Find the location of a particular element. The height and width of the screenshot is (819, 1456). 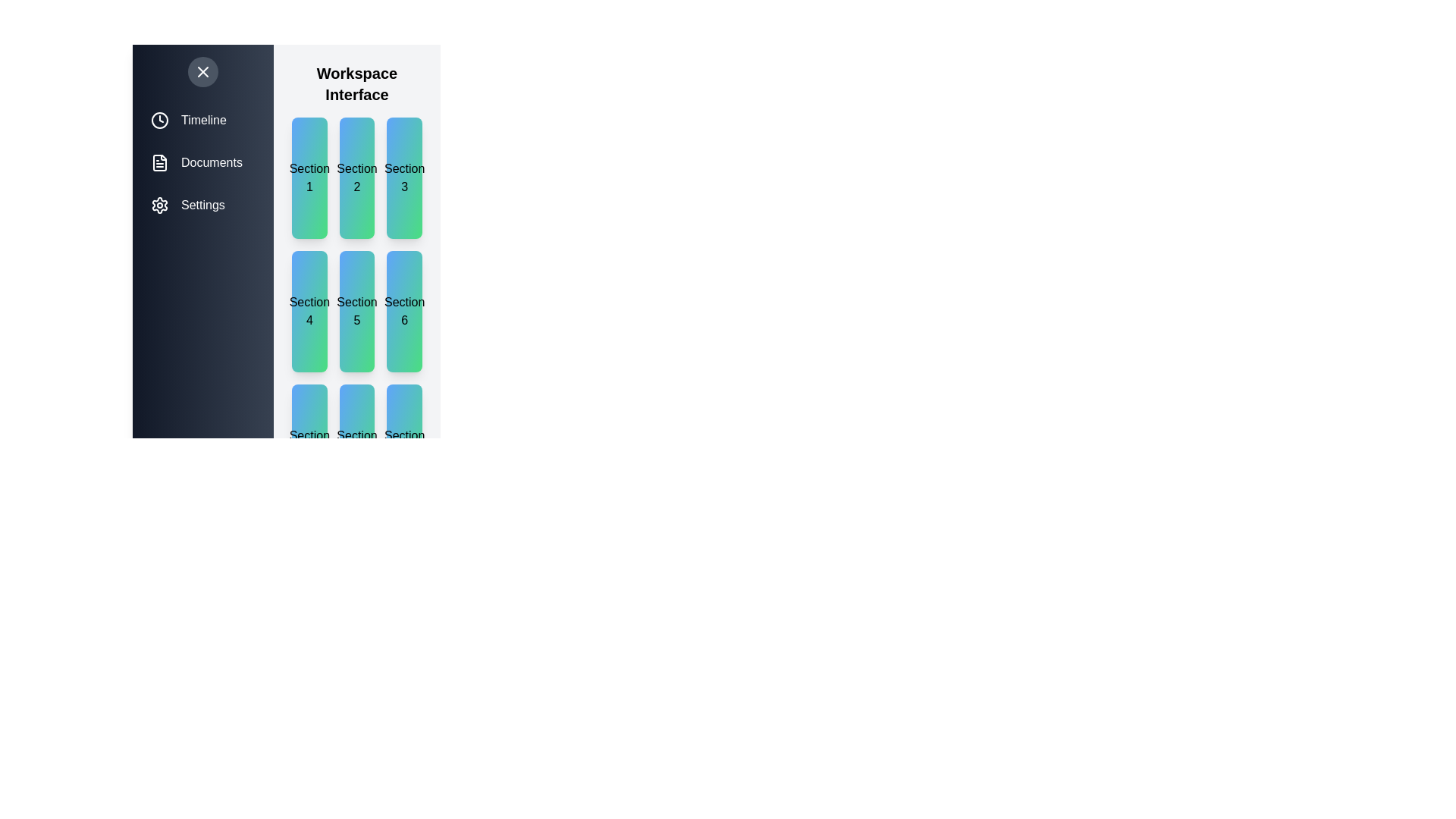

the toggle button to open or close the drawer is located at coordinates (202, 72).